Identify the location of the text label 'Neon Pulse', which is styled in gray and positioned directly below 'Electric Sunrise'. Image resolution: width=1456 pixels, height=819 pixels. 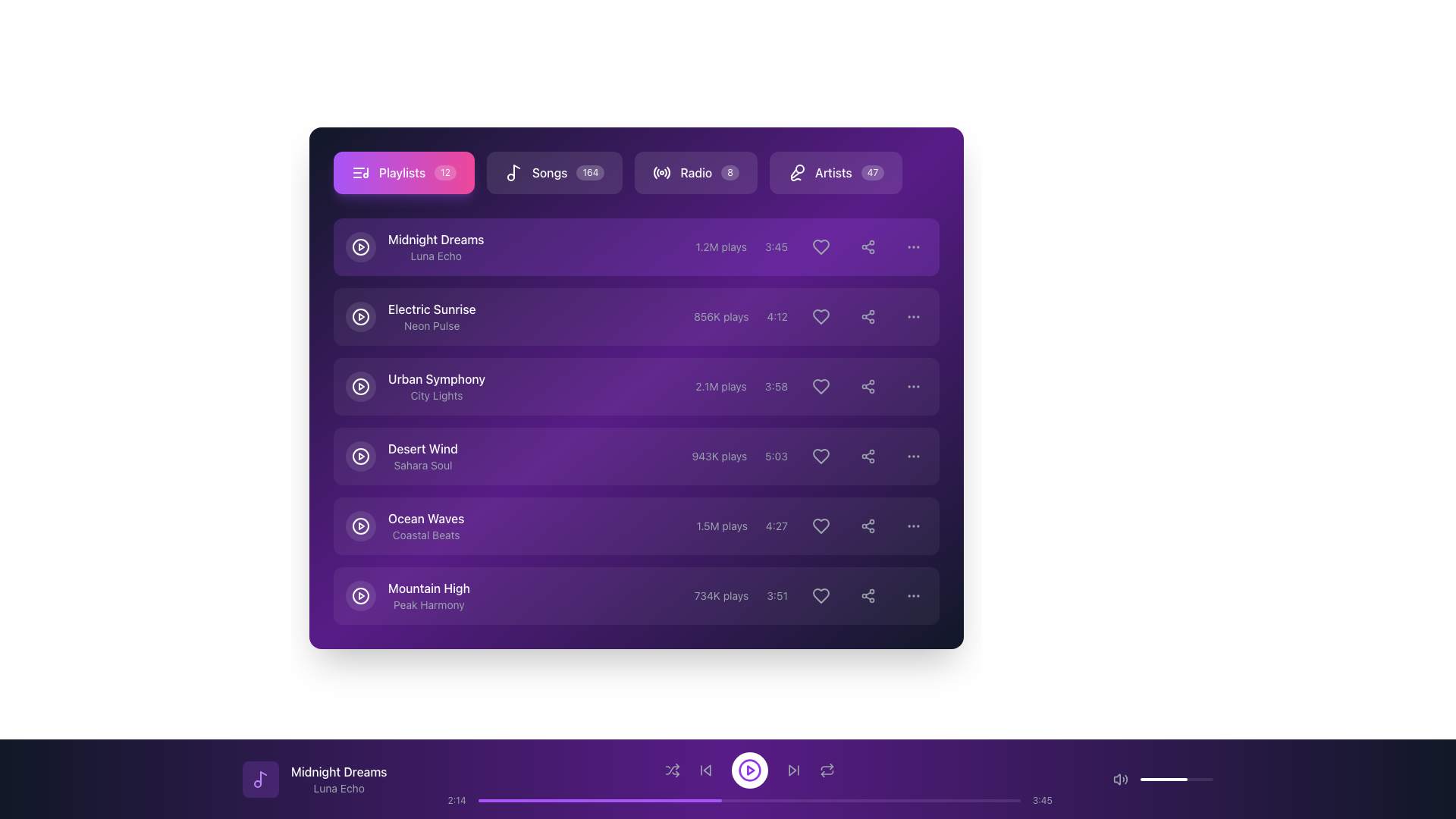
(431, 325).